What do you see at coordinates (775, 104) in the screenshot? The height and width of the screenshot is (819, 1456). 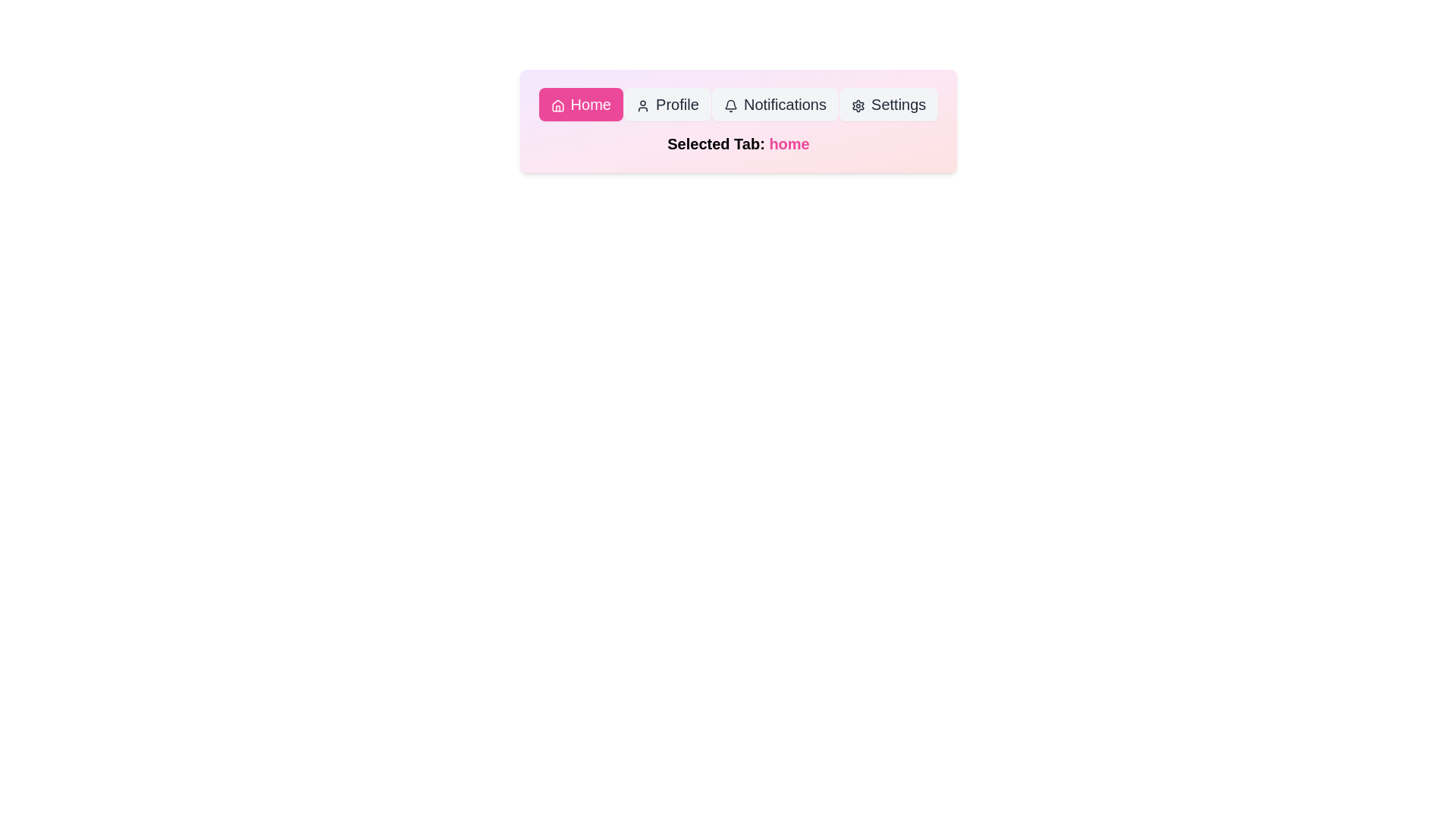 I see `the third button in the horizontal navigation bar` at bounding box center [775, 104].